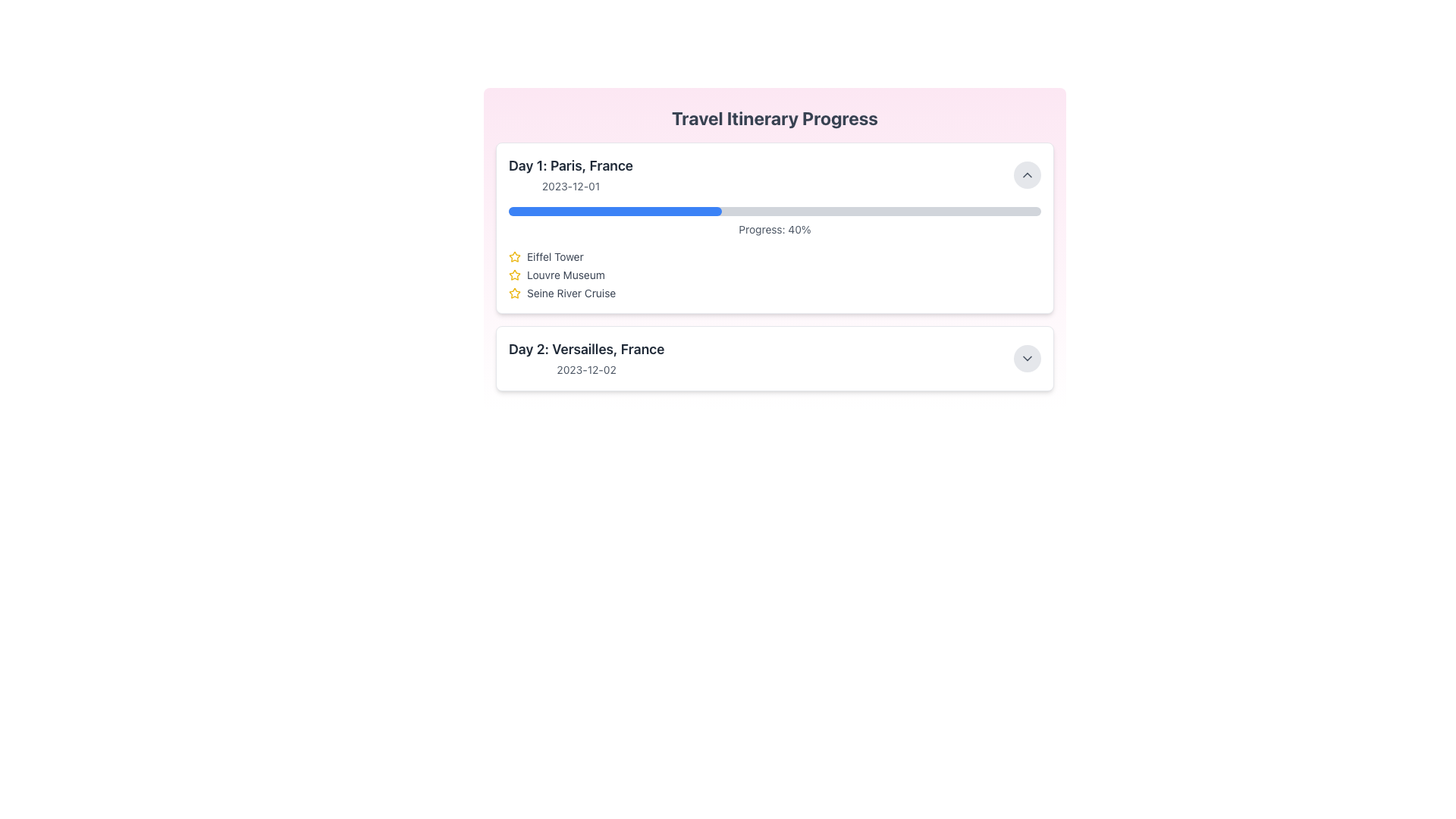  Describe the element at coordinates (570, 166) in the screenshot. I see `text content of the text label that displays 'Day 1: Paris, France', prominently positioned at the top-left of the travel itinerary card` at that location.